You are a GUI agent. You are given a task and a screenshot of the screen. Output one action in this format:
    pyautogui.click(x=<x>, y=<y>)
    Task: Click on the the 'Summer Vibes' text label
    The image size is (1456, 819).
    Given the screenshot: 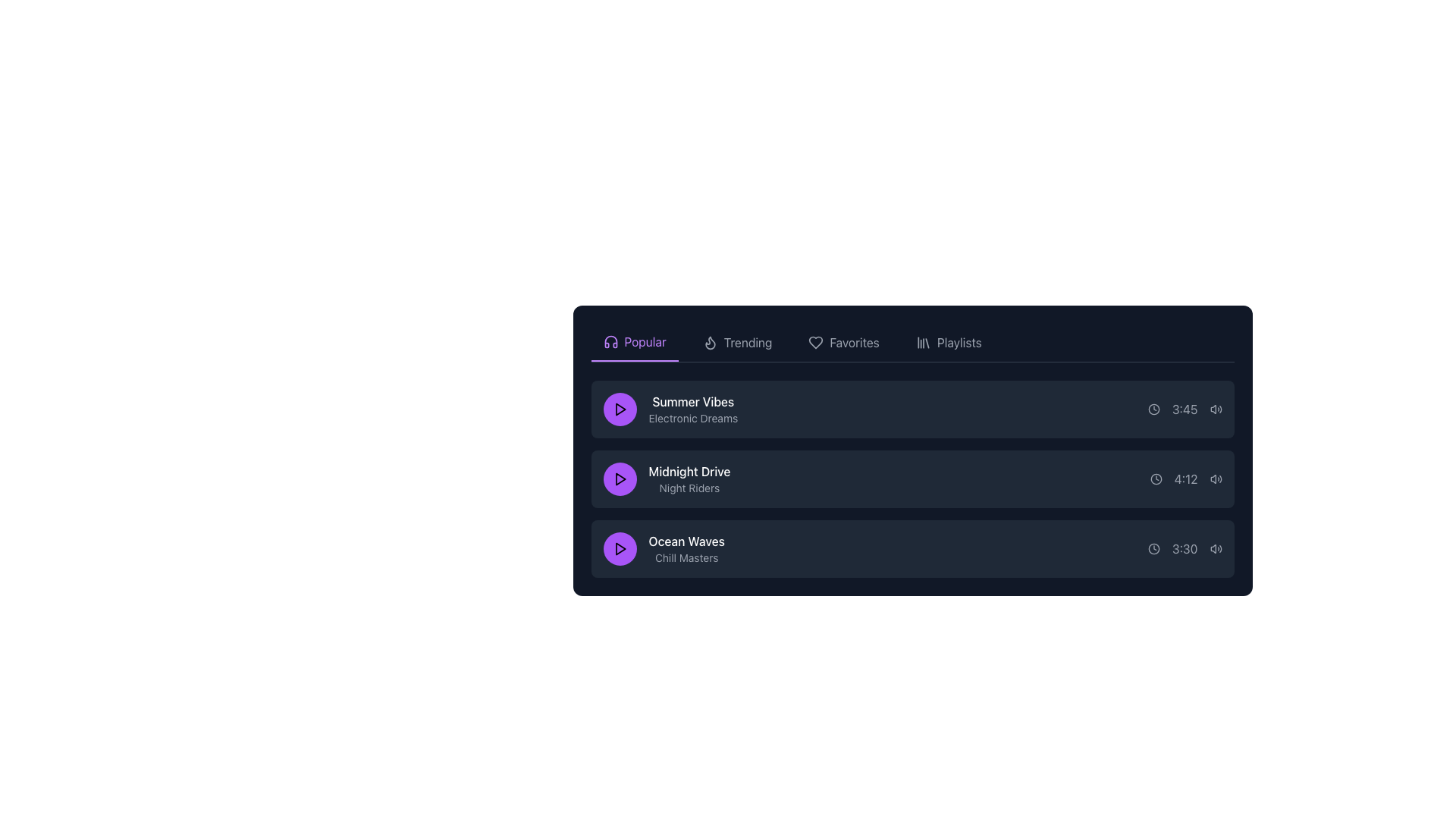 What is the action you would take?
    pyautogui.click(x=692, y=400)
    